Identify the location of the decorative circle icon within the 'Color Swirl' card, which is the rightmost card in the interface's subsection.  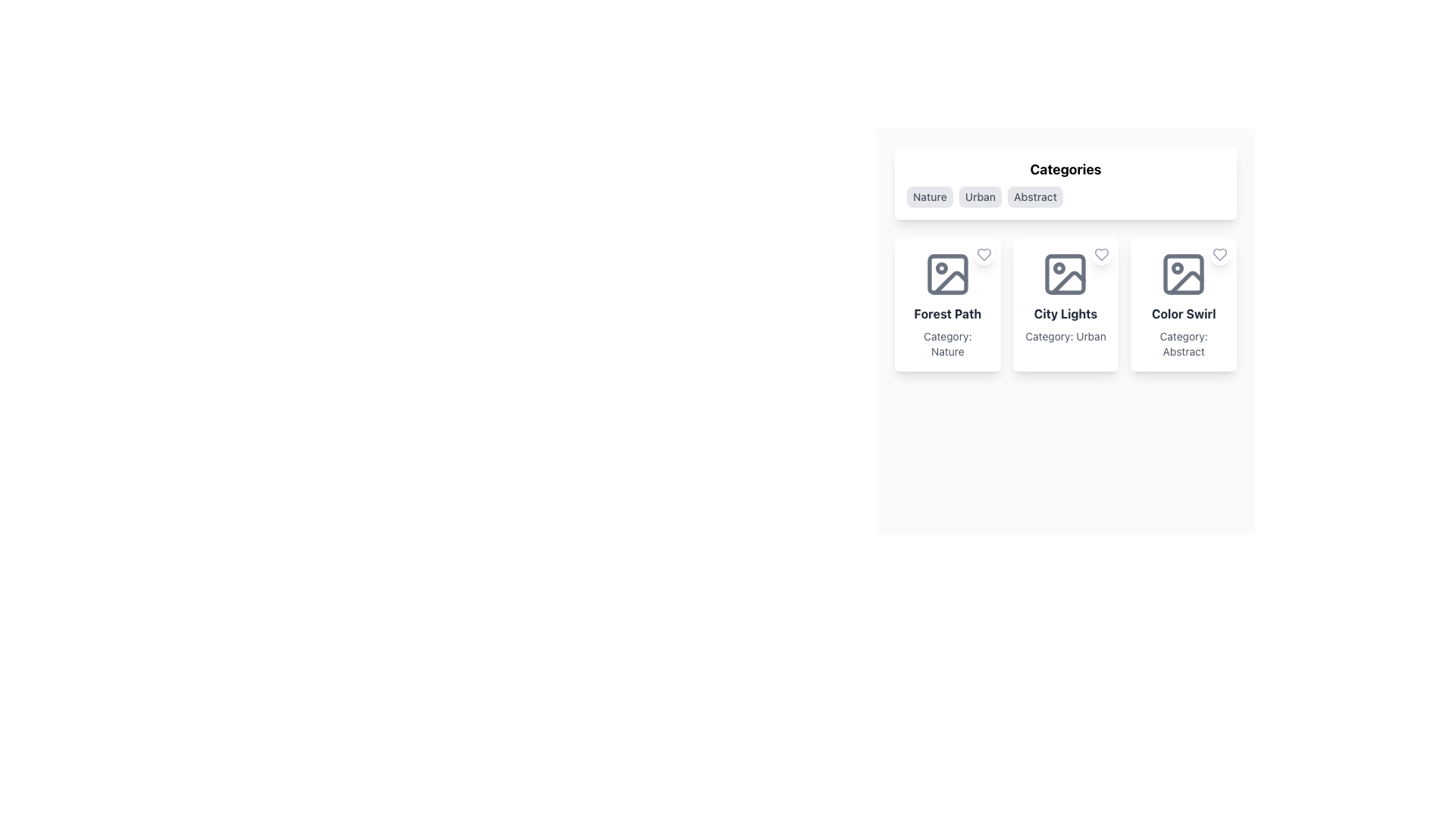
(1177, 268).